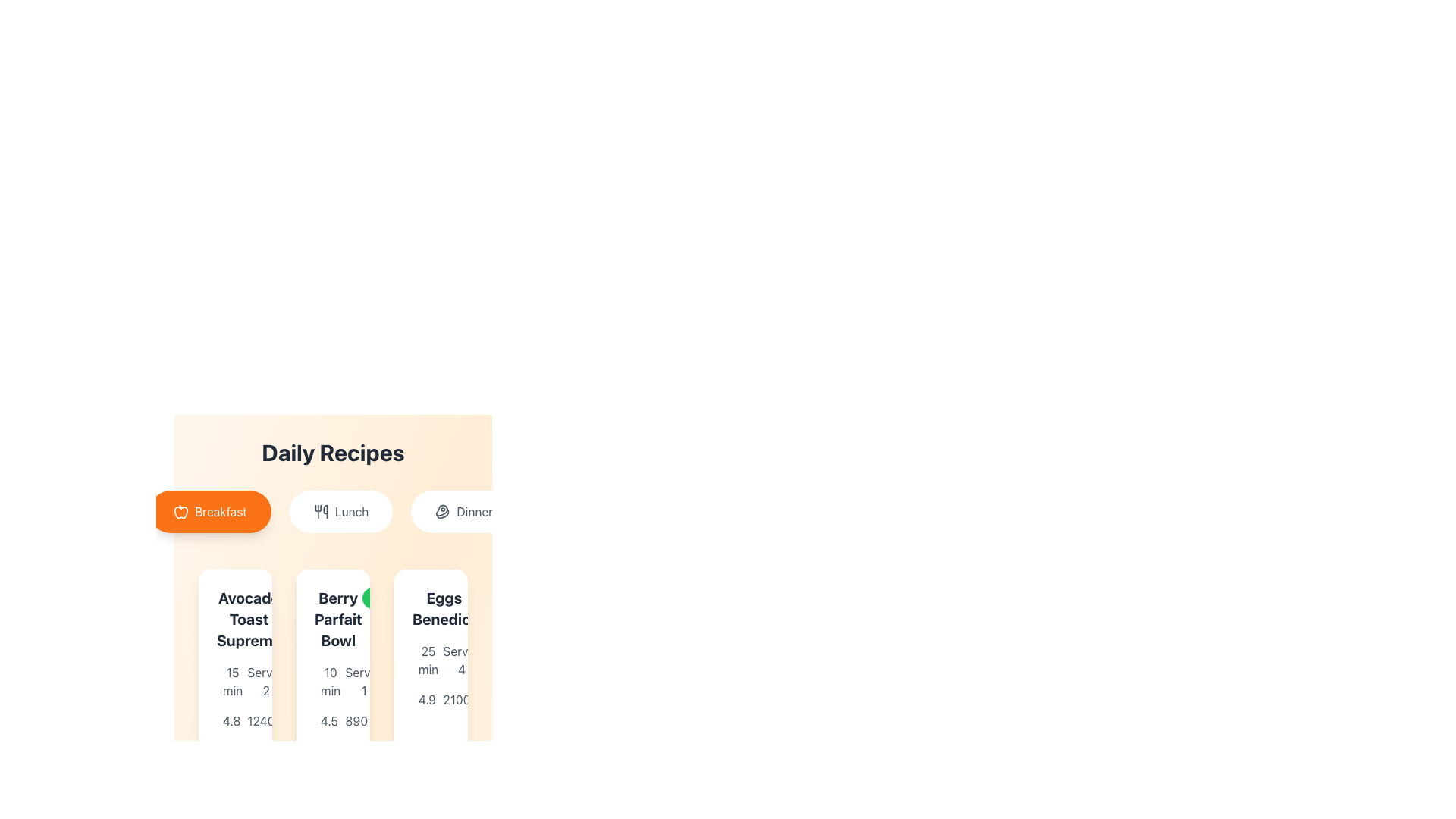  Describe the element at coordinates (463, 512) in the screenshot. I see `the 'Dinner' button, which is the third button among three horizontally aligned buttons` at that location.